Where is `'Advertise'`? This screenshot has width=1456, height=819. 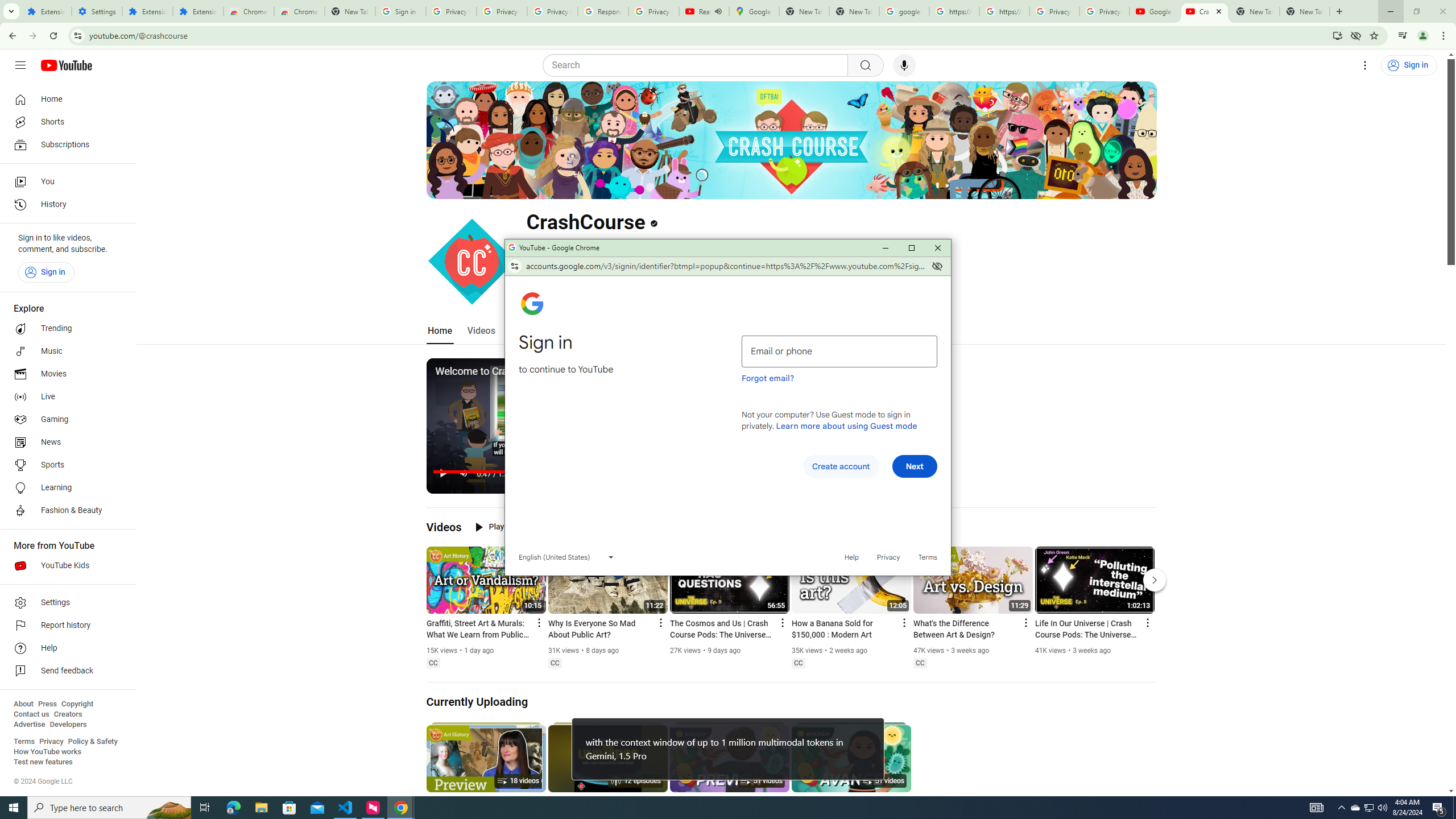 'Advertise' is located at coordinates (28, 723).